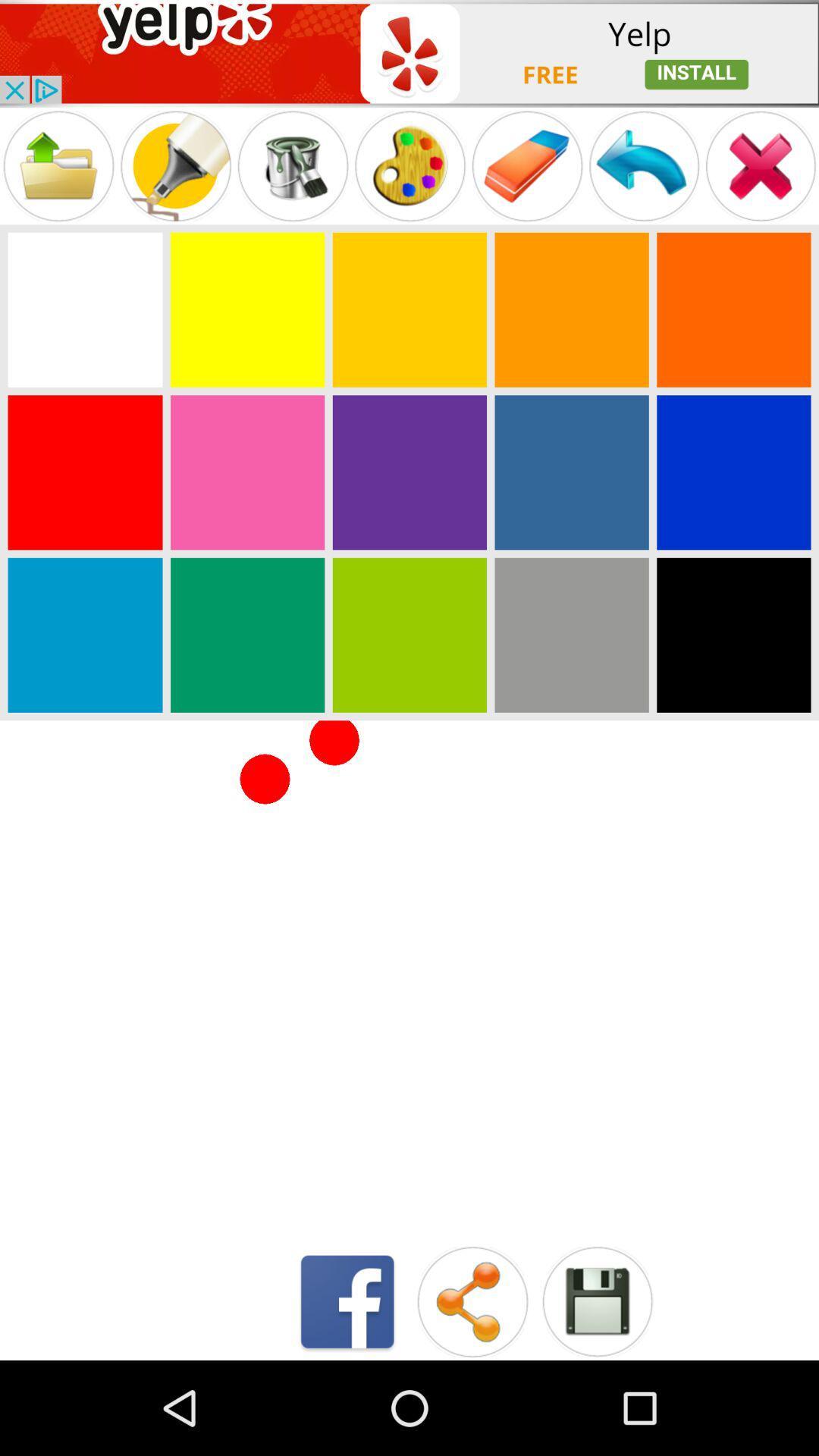 This screenshot has height=1456, width=819. Describe the element at coordinates (733, 635) in the screenshot. I see `black color button` at that location.